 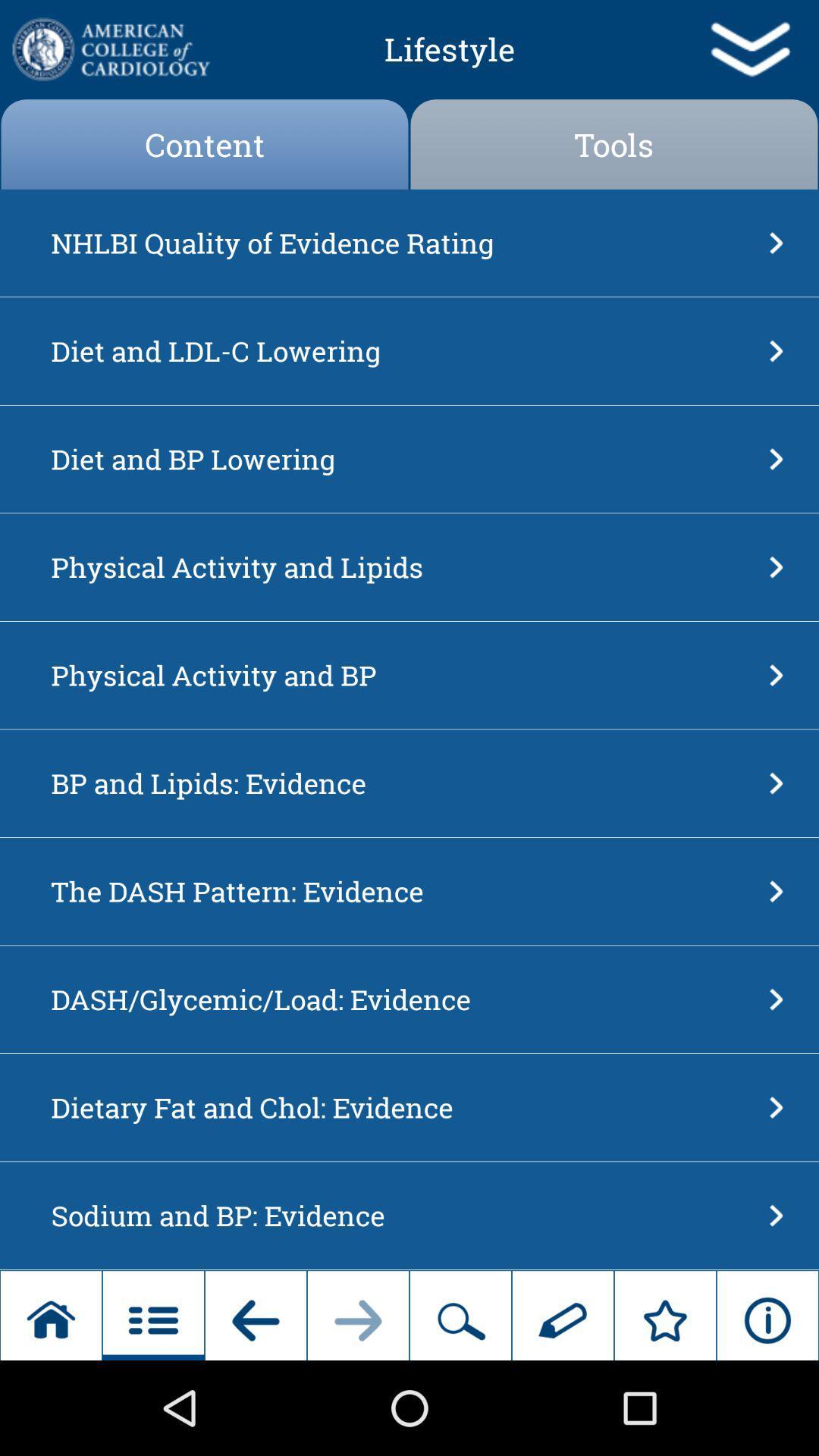 What do you see at coordinates (614, 144) in the screenshot?
I see `the app above the nhlbi quality of item` at bounding box center [614, 144].